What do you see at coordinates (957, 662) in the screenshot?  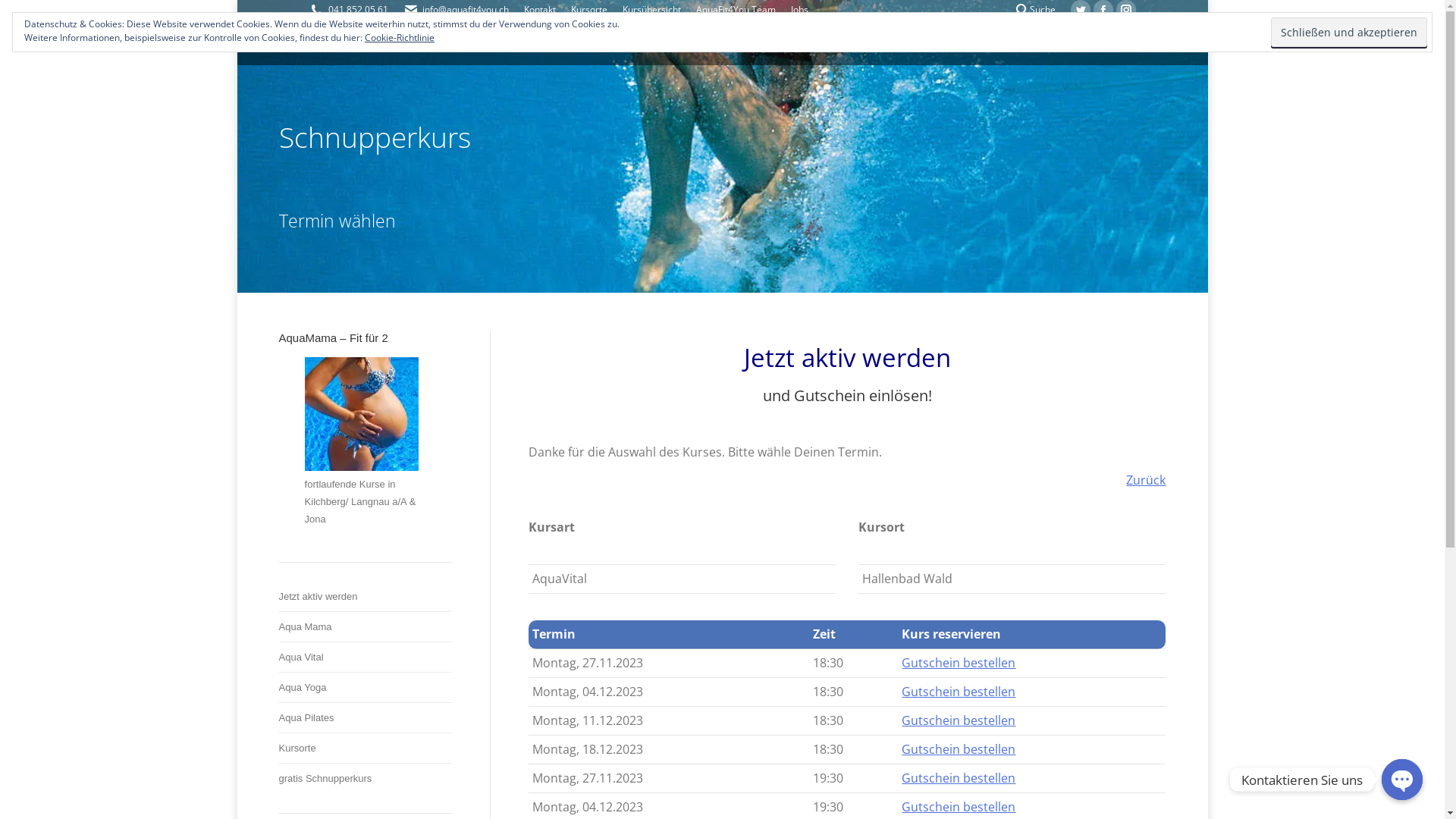 I see `'Gutschein bestellen'` at bounding box center [957, 662].